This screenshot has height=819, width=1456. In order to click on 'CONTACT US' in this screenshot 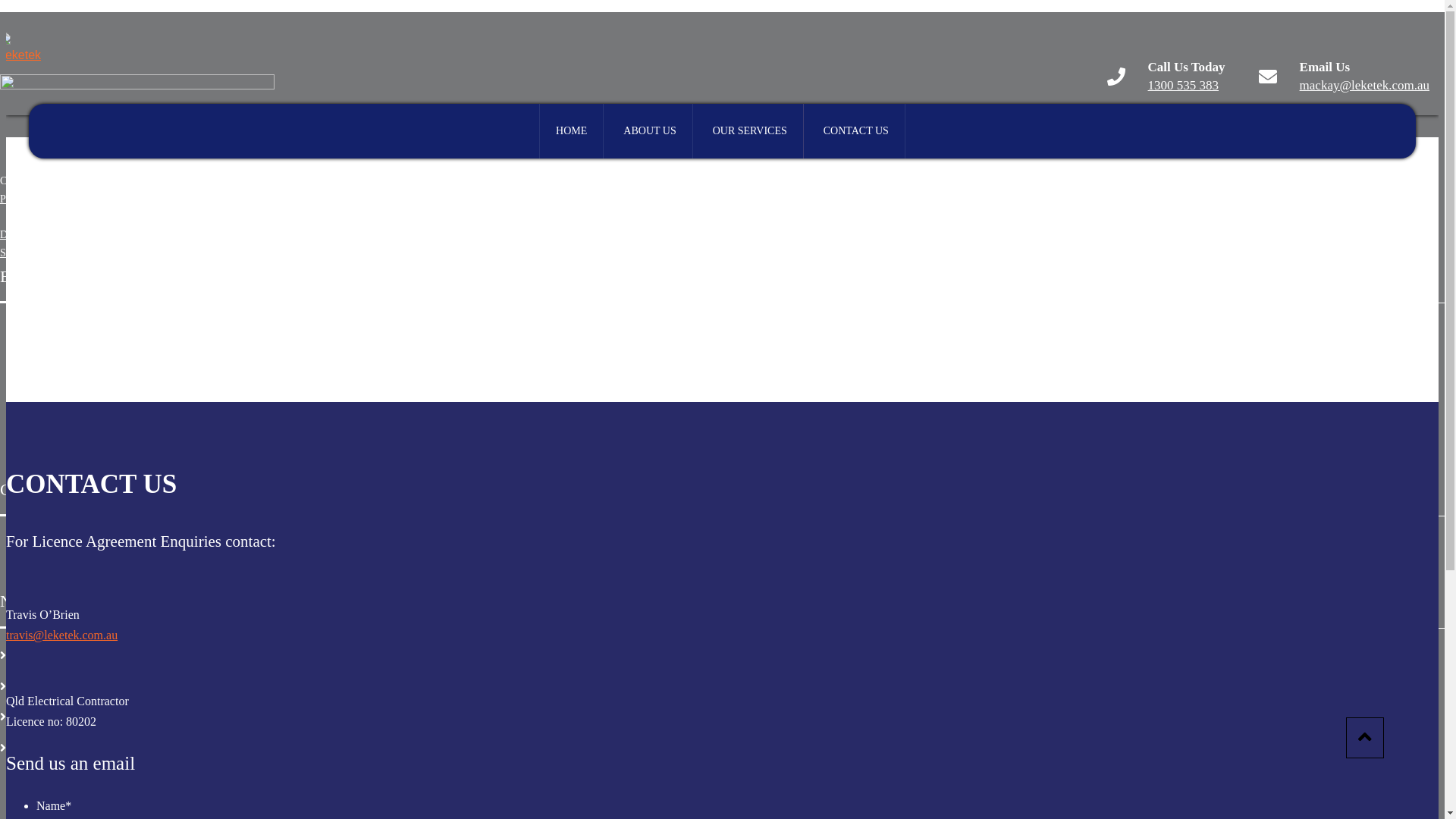, I will do `click(855, 130)`.